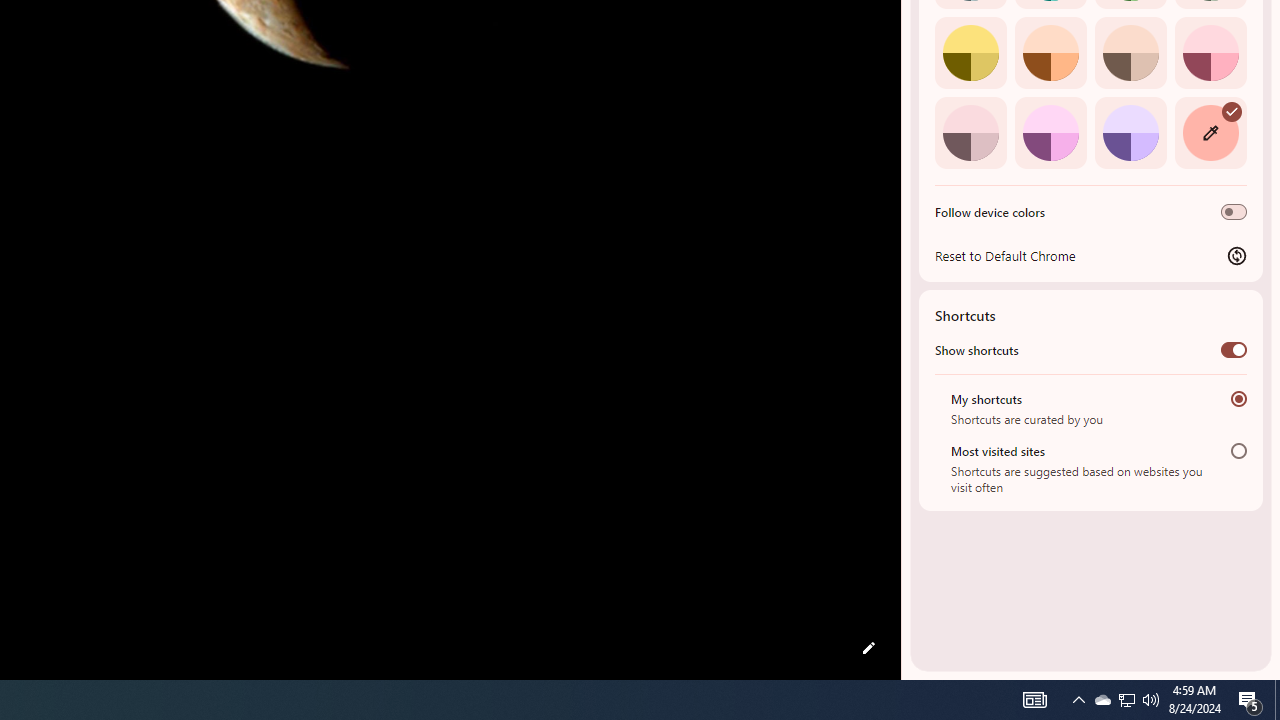  What do you see at coordinates (1209, 132) in the screenshot?
I see `'Custom color'` at bounding box center [1209, 132].